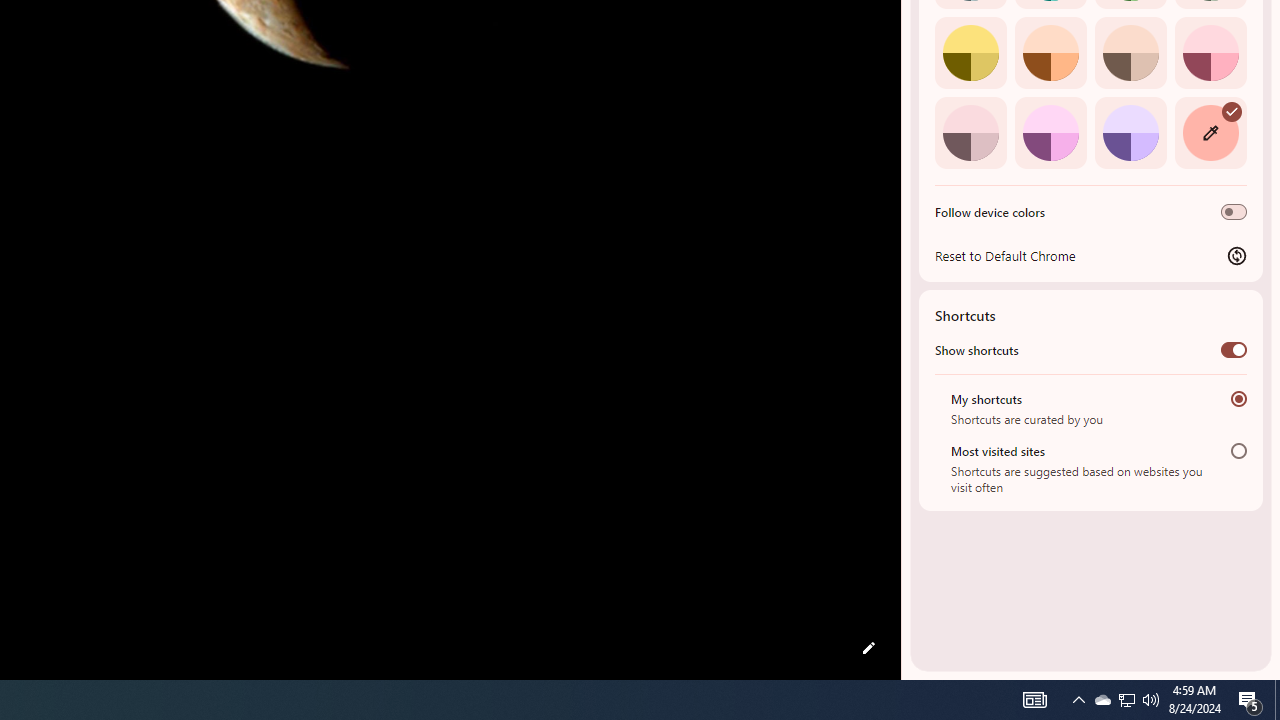  What do you see at coordinates (1209, 132) in the screenshot?
I see `'Custom color'` at bounding box center [1209, 132].